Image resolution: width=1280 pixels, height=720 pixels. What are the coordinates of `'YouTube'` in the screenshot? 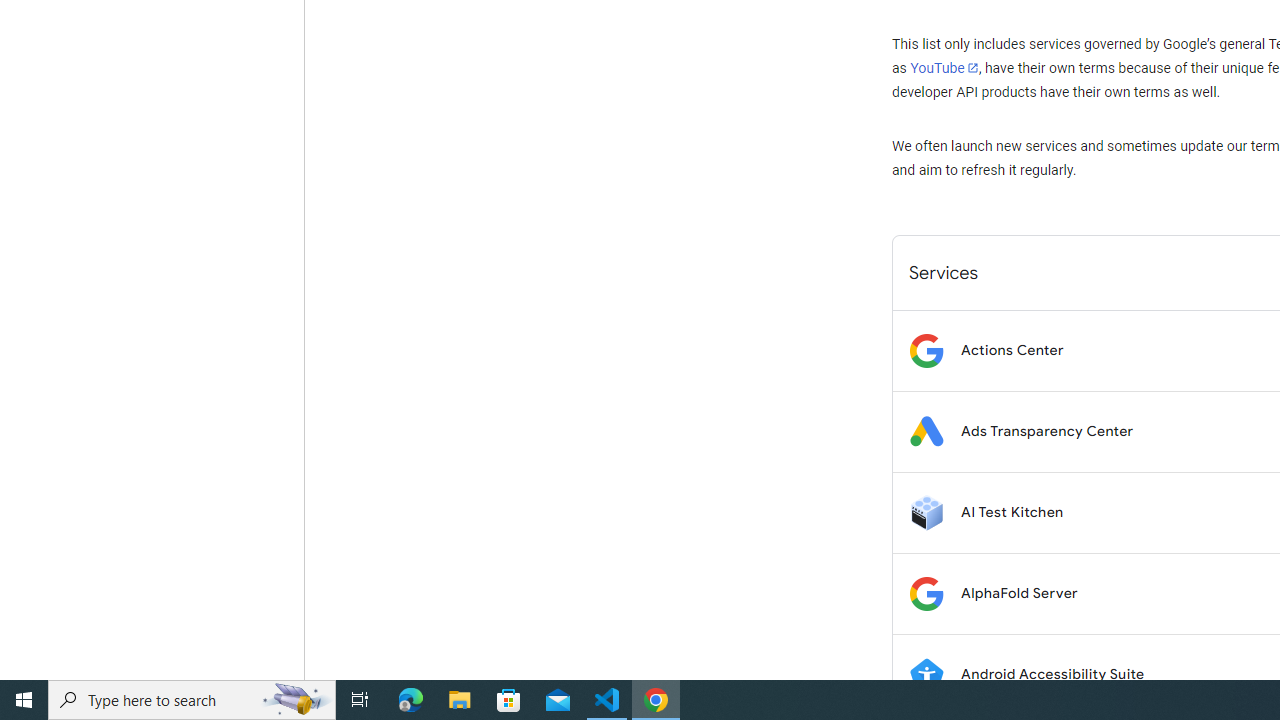 It's located at (943, 67).